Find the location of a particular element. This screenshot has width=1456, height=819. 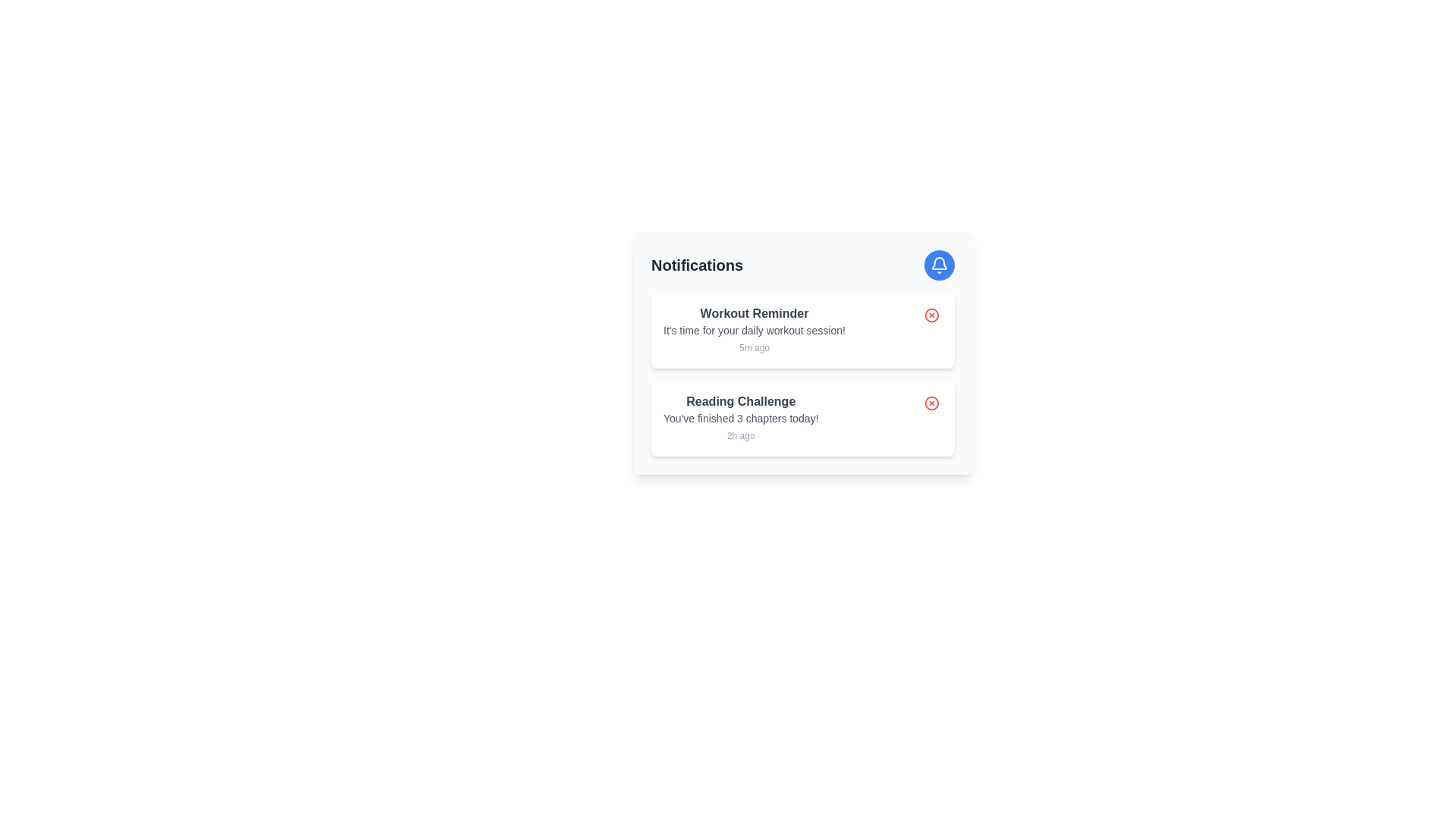

the circular blue button with a white bordered bell icon, located prominently to the right of the 'Notifications' text is located at coordinates (938, 265).